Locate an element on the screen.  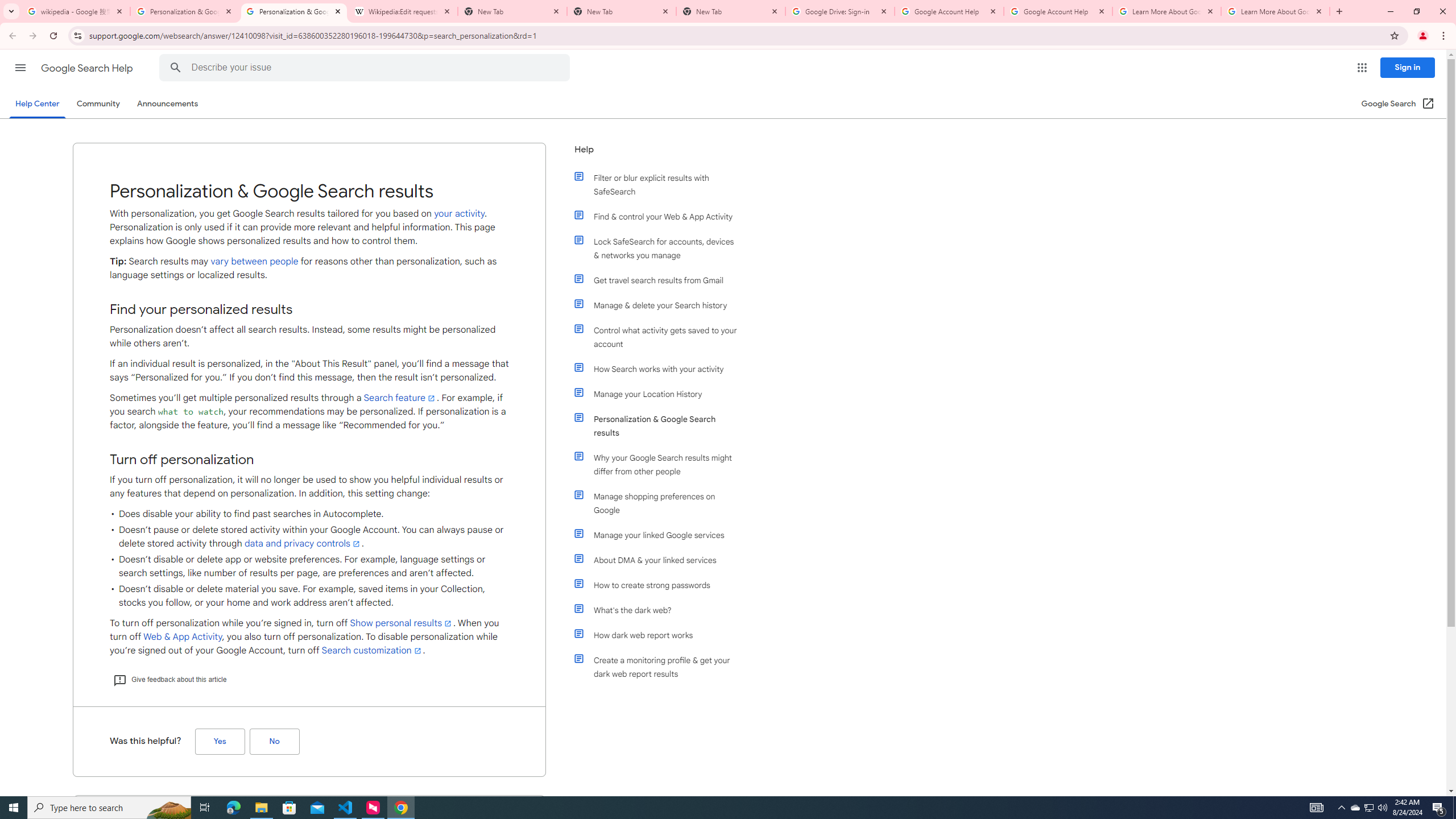
'How dark web report works' is located at coordinates (661, 634).